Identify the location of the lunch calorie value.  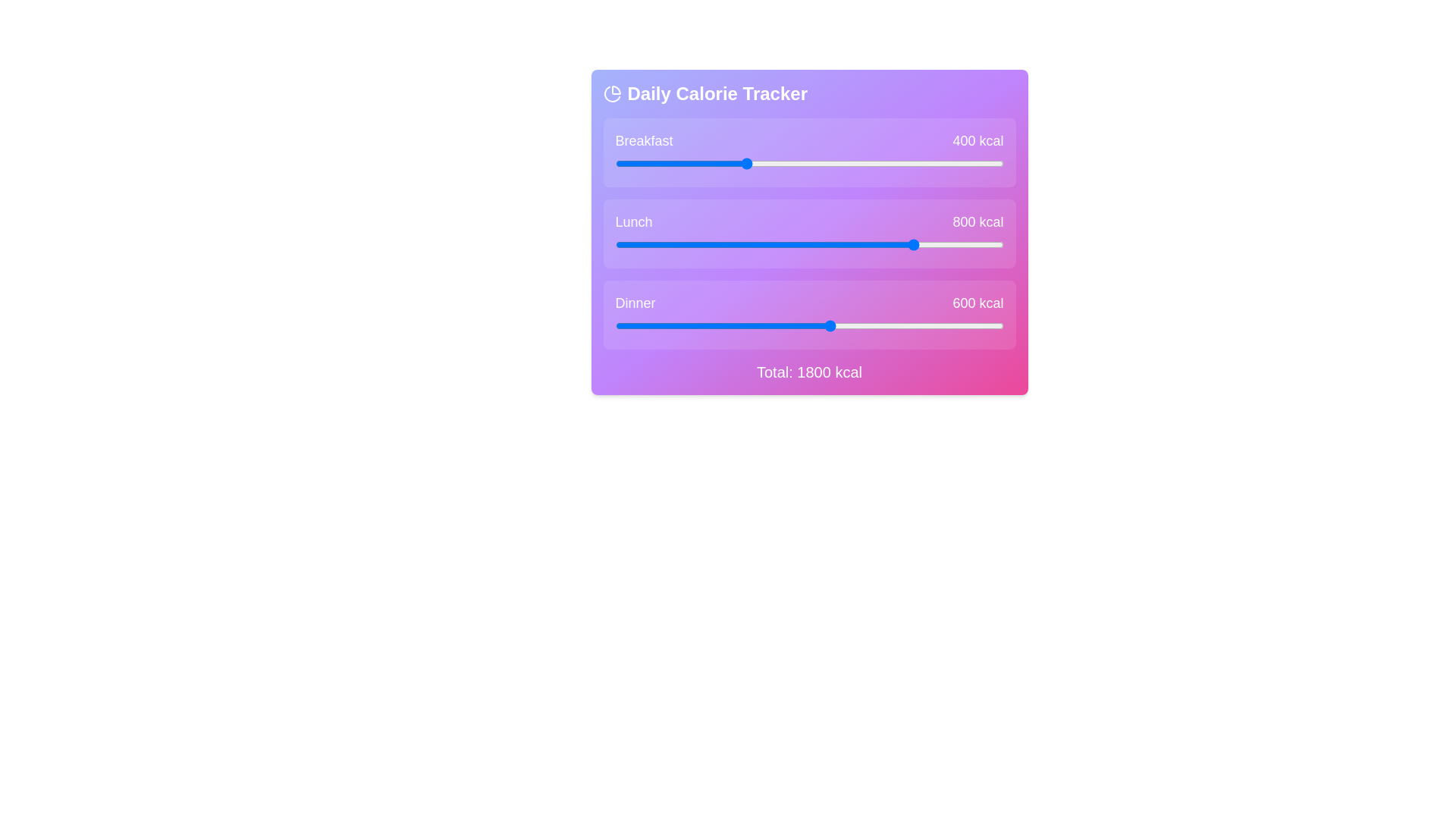
(952, 244).